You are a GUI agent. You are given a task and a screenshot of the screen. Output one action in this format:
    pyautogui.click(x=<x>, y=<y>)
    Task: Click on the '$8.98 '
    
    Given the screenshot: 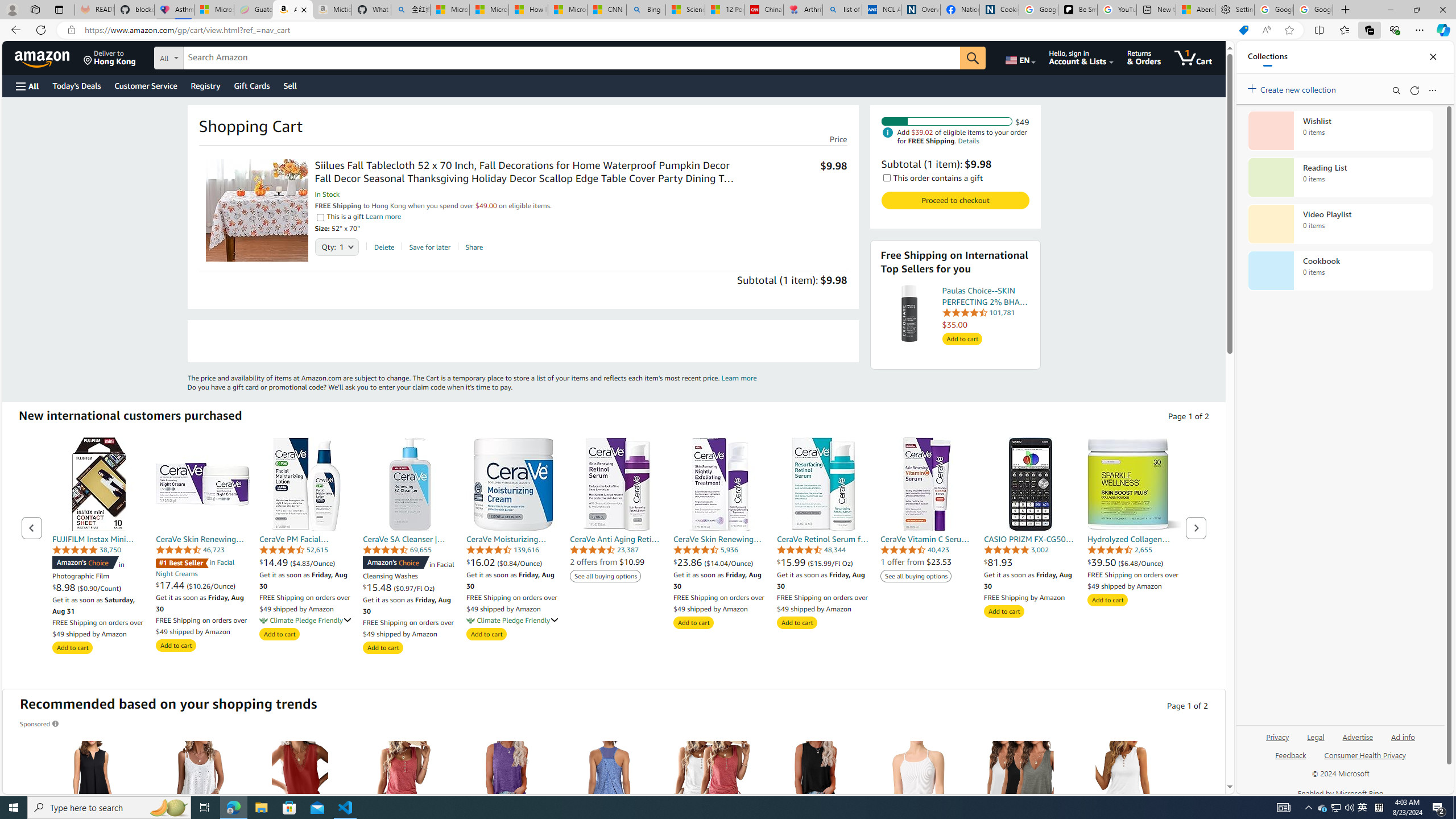 What is the action you would take?
    pyautogui.click(x=65, y=588)
    